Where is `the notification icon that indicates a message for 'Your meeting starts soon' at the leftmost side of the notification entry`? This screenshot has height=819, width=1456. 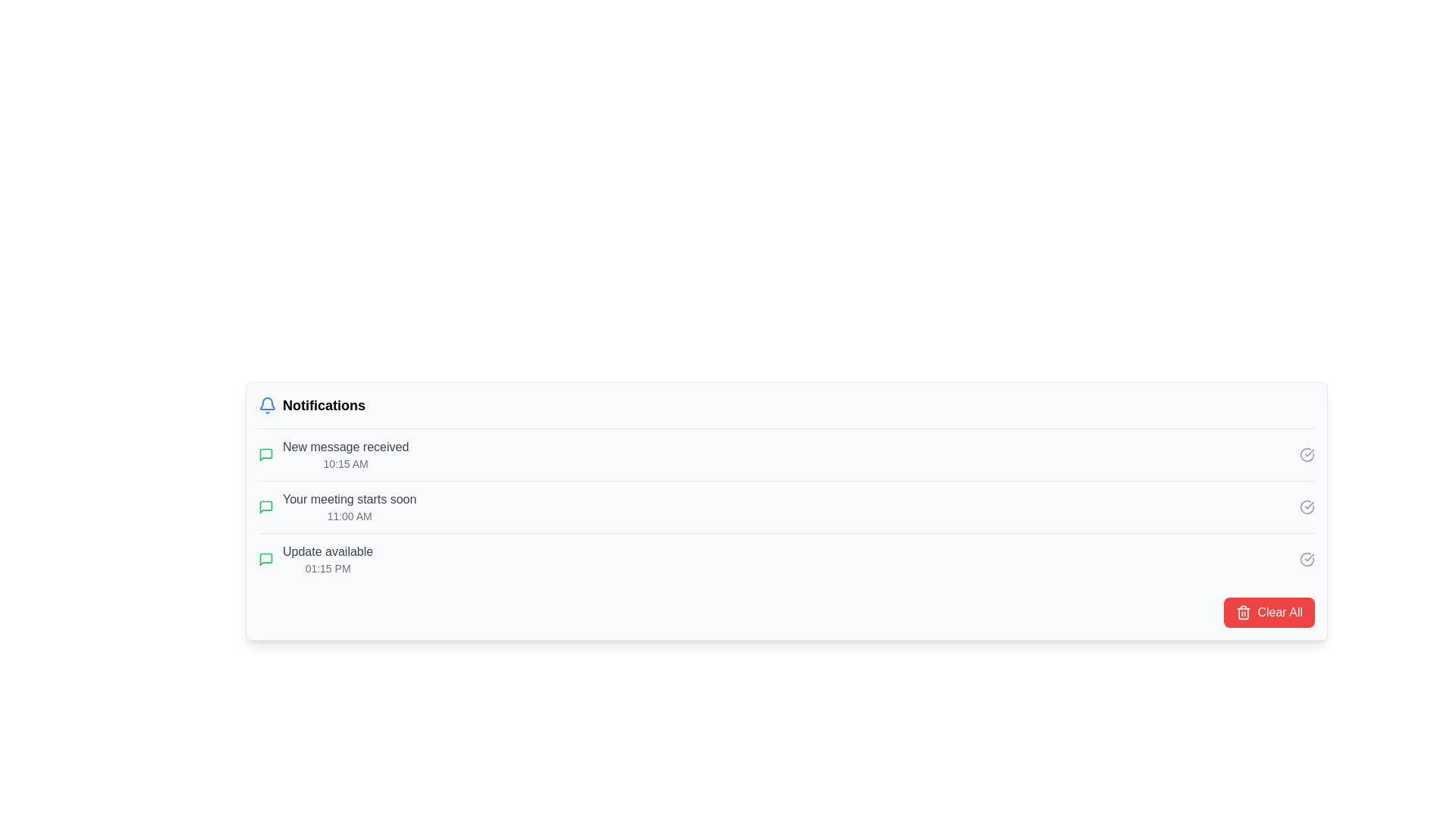 the notification icon that indicates a message for 'Your meeting starts soon' at the leftmost side of the notification entry is located at coordinates (265, 507).